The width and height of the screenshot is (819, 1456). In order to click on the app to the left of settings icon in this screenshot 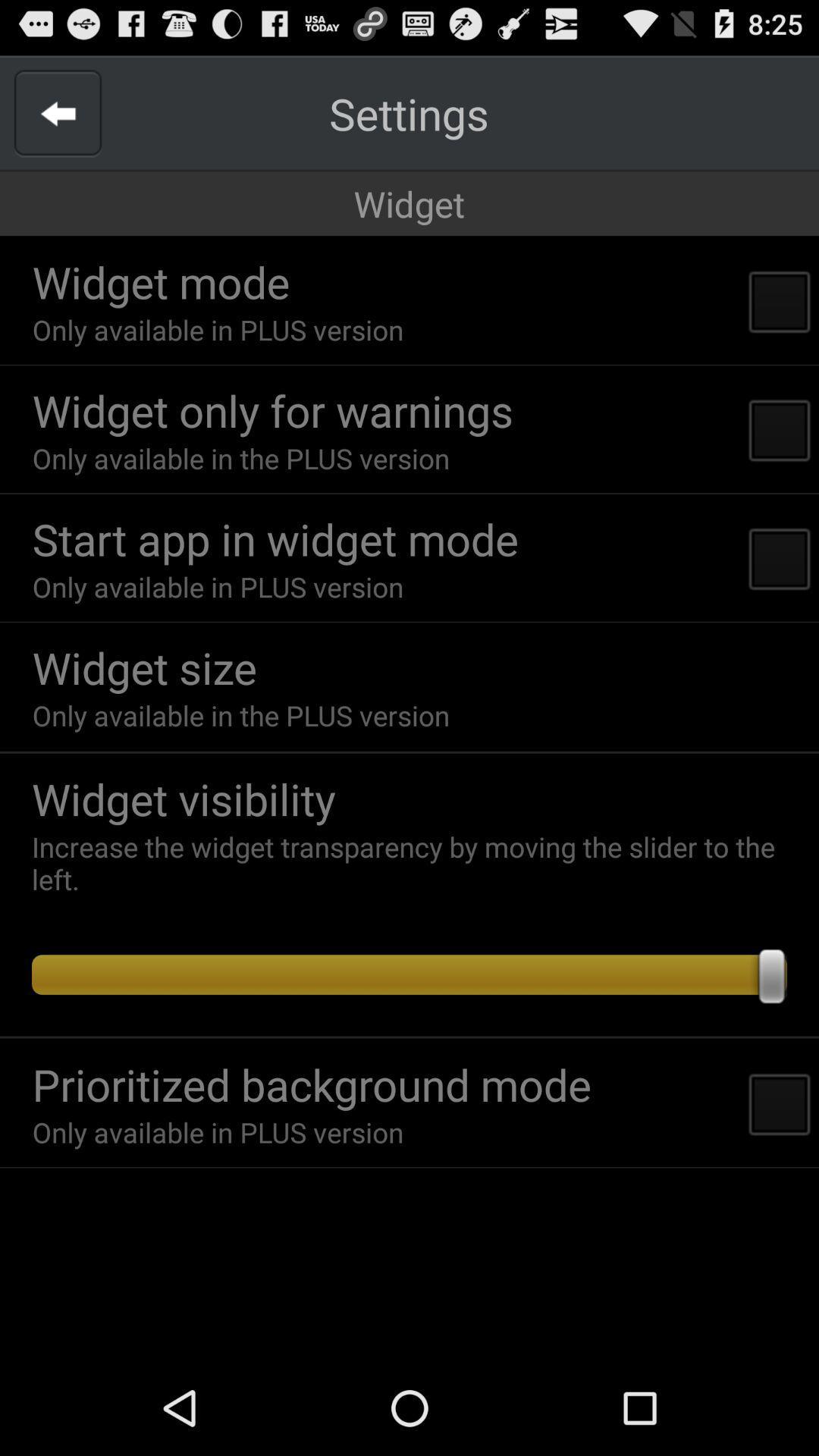, I will do `click(57, 112)`.